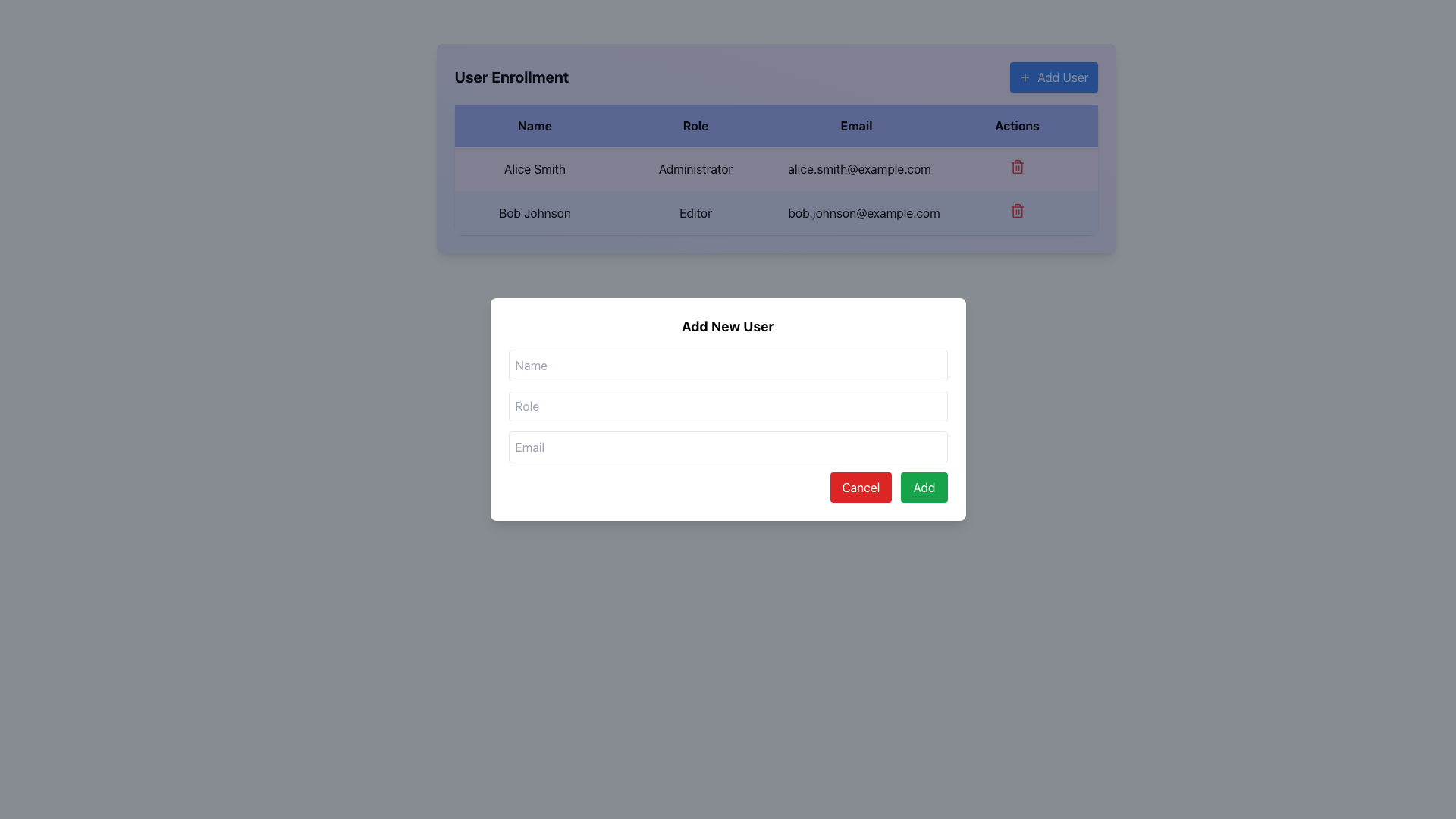 The width and height of the screenshot is (1456, 819). Describe the element at coordinates (856, 169) in the screenshot. I see `the static text displaying the email address of Alice Smith, who is listed as an Administrator in the table` at that location.